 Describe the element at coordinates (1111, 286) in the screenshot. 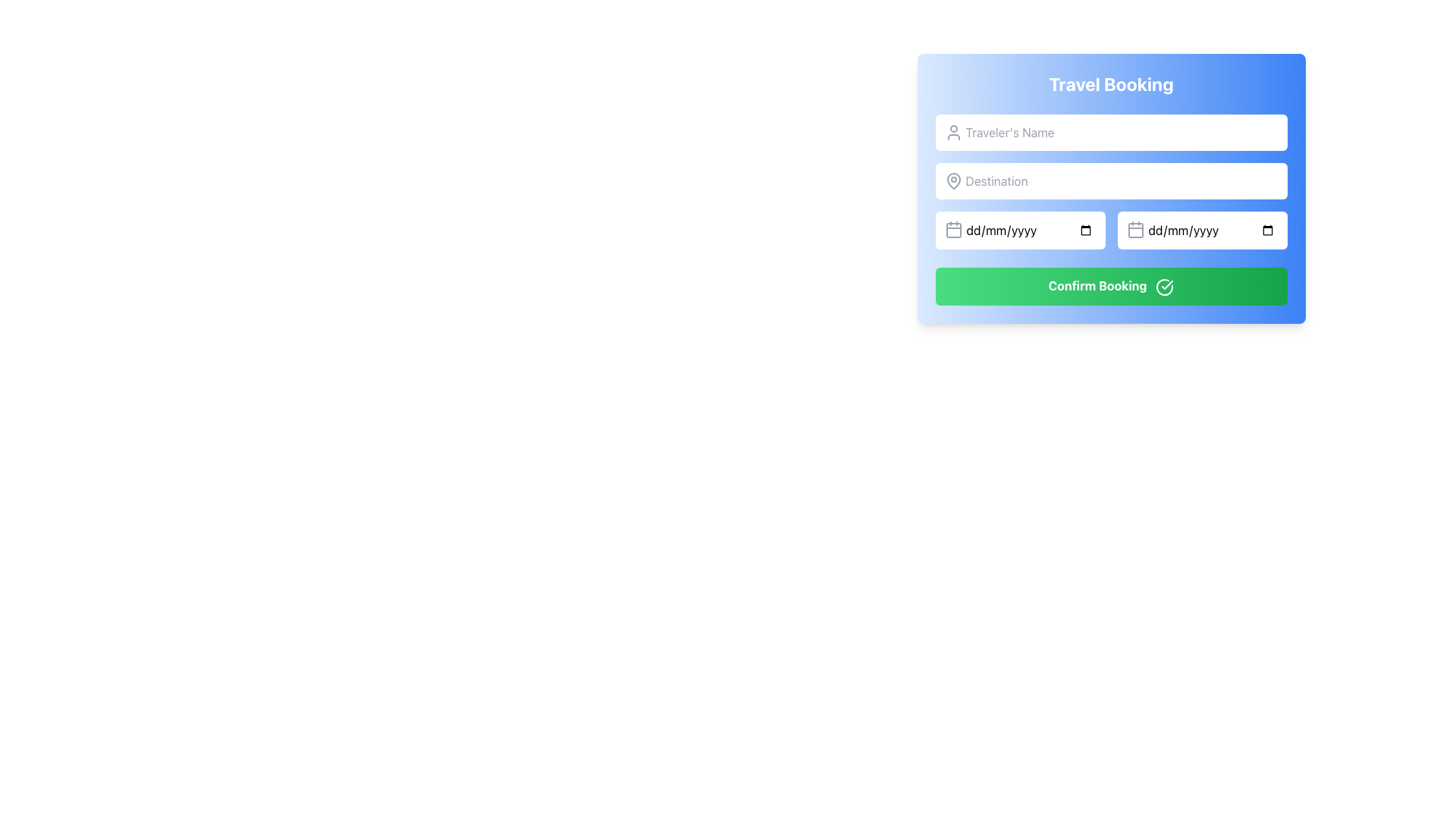

I see `the submission button for confirming a booking in the 'Travel Booking' form` at that location.